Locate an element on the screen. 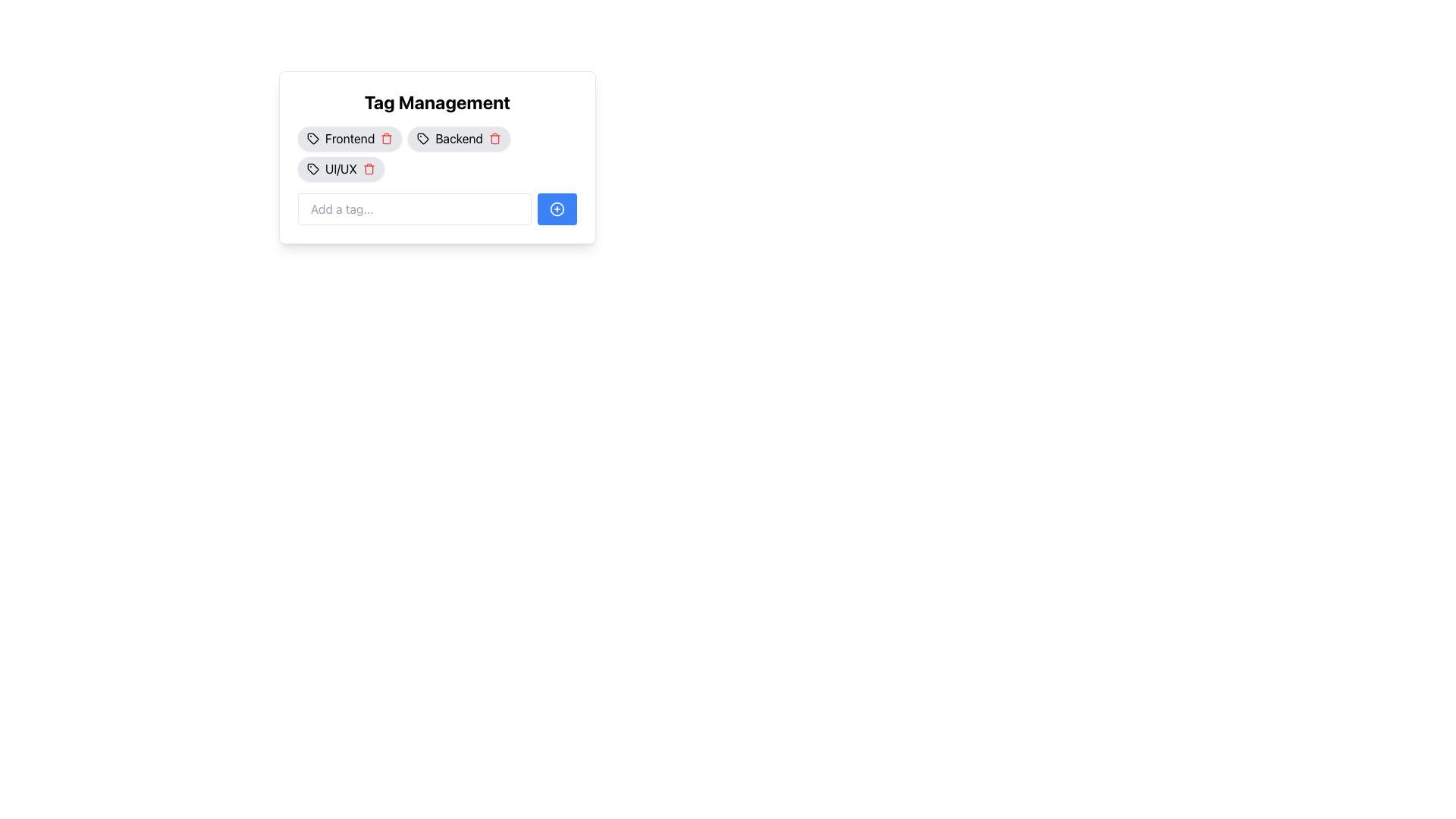 This screenshot has height=819, width=1456. the red delete icon of the 'UI/UX' tag is located at coordinates (340, 169).